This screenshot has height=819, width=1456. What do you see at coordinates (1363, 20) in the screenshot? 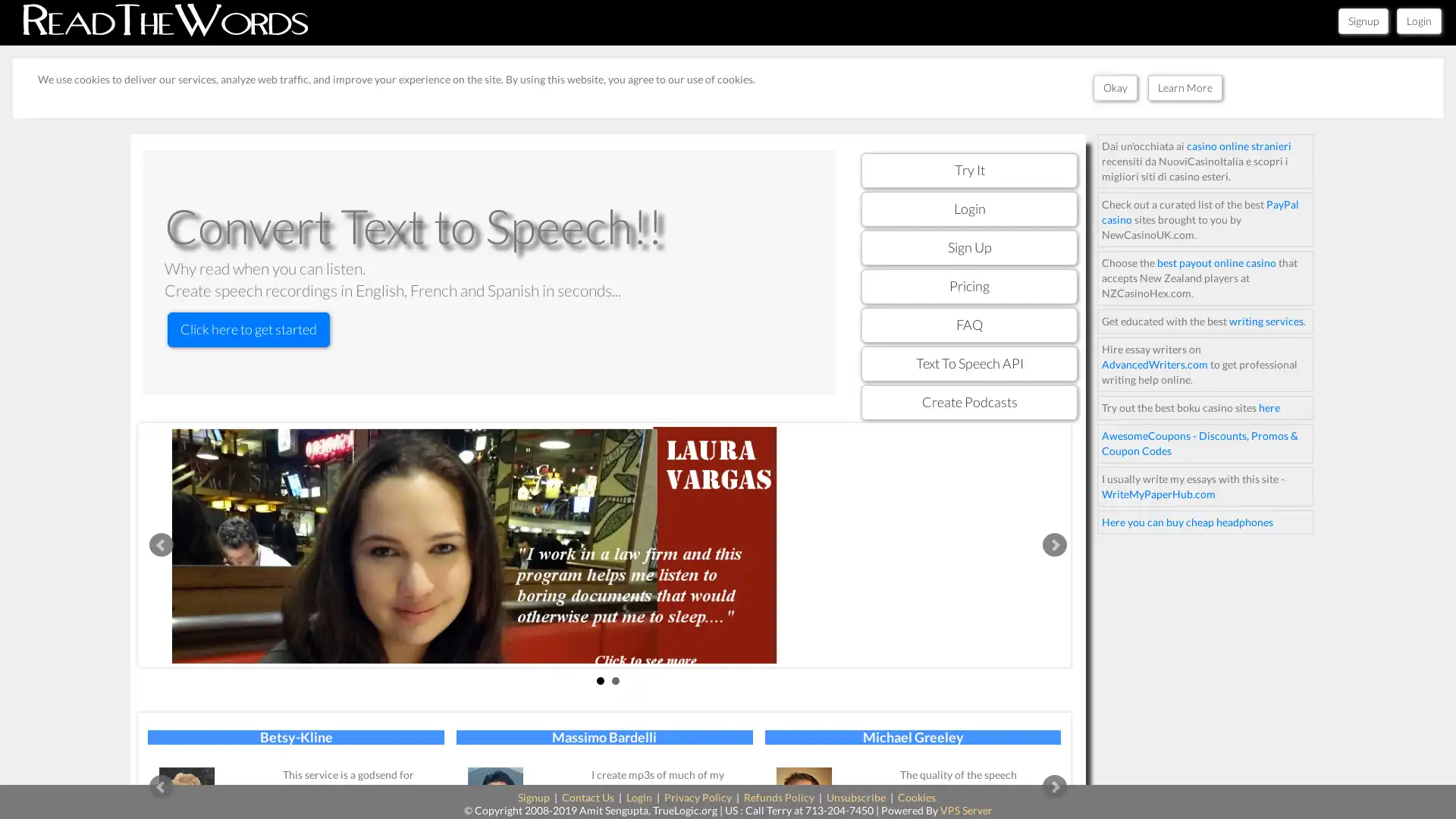
I see `Signup` at bounding box center [1363, 20].